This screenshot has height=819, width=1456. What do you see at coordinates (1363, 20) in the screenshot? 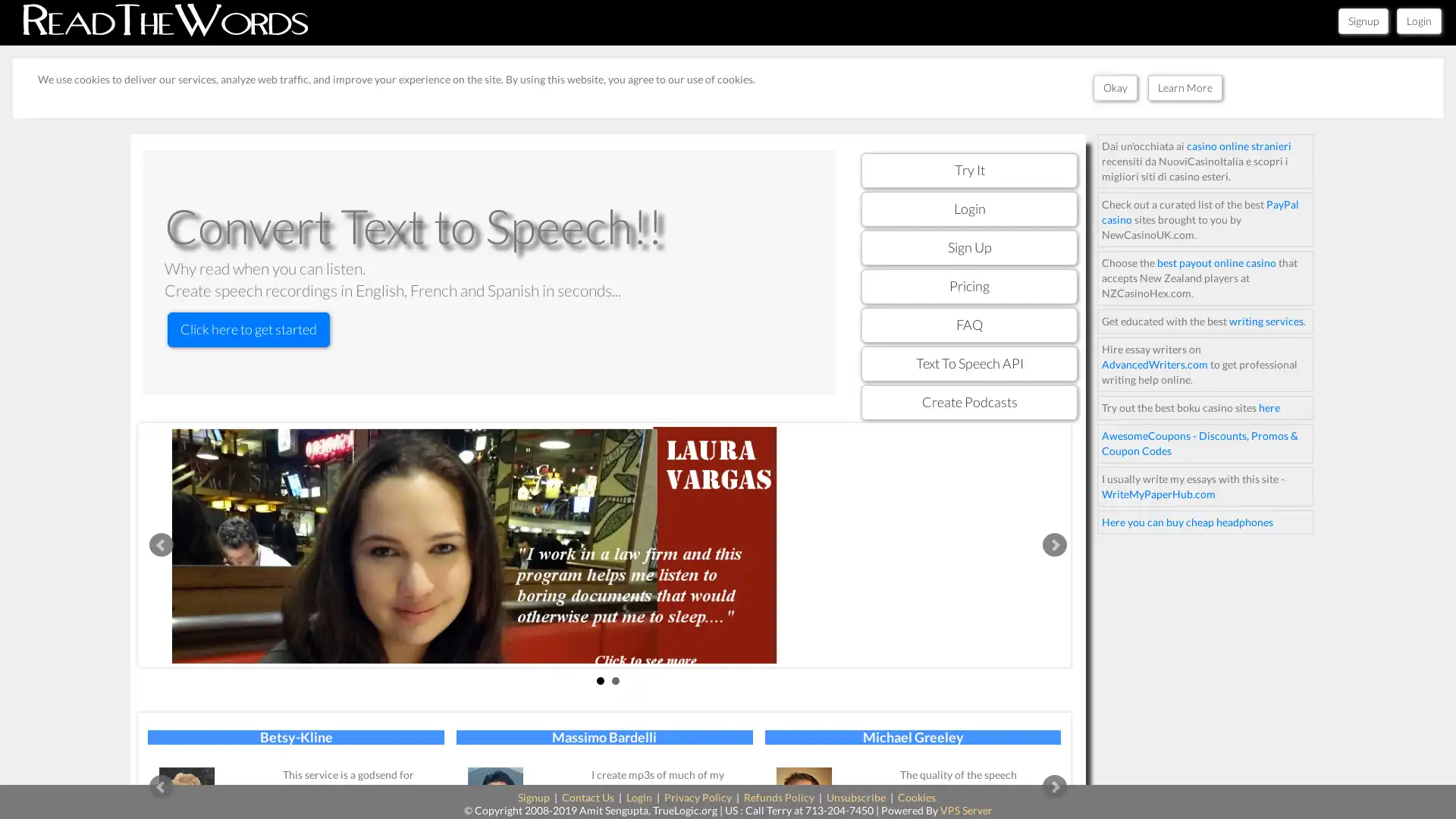
I see `Signup` at bounding box center [1363, 20].